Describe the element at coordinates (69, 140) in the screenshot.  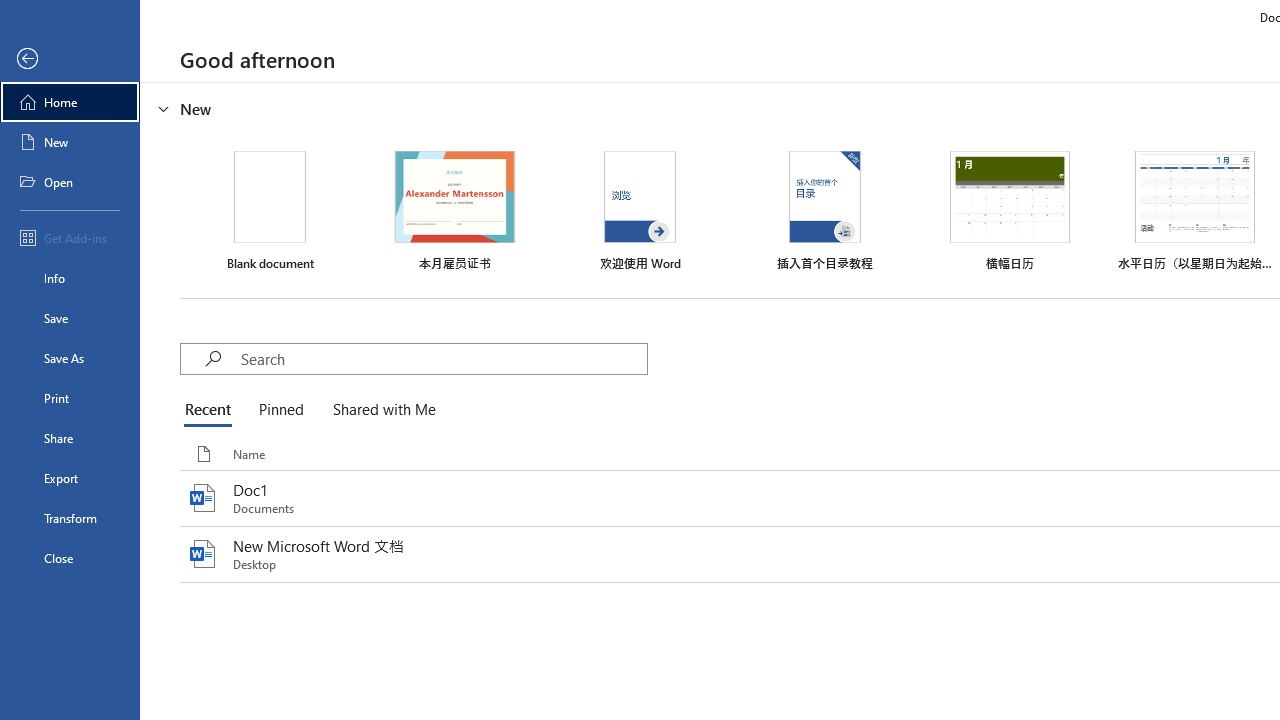
I see `'New'` at that location.